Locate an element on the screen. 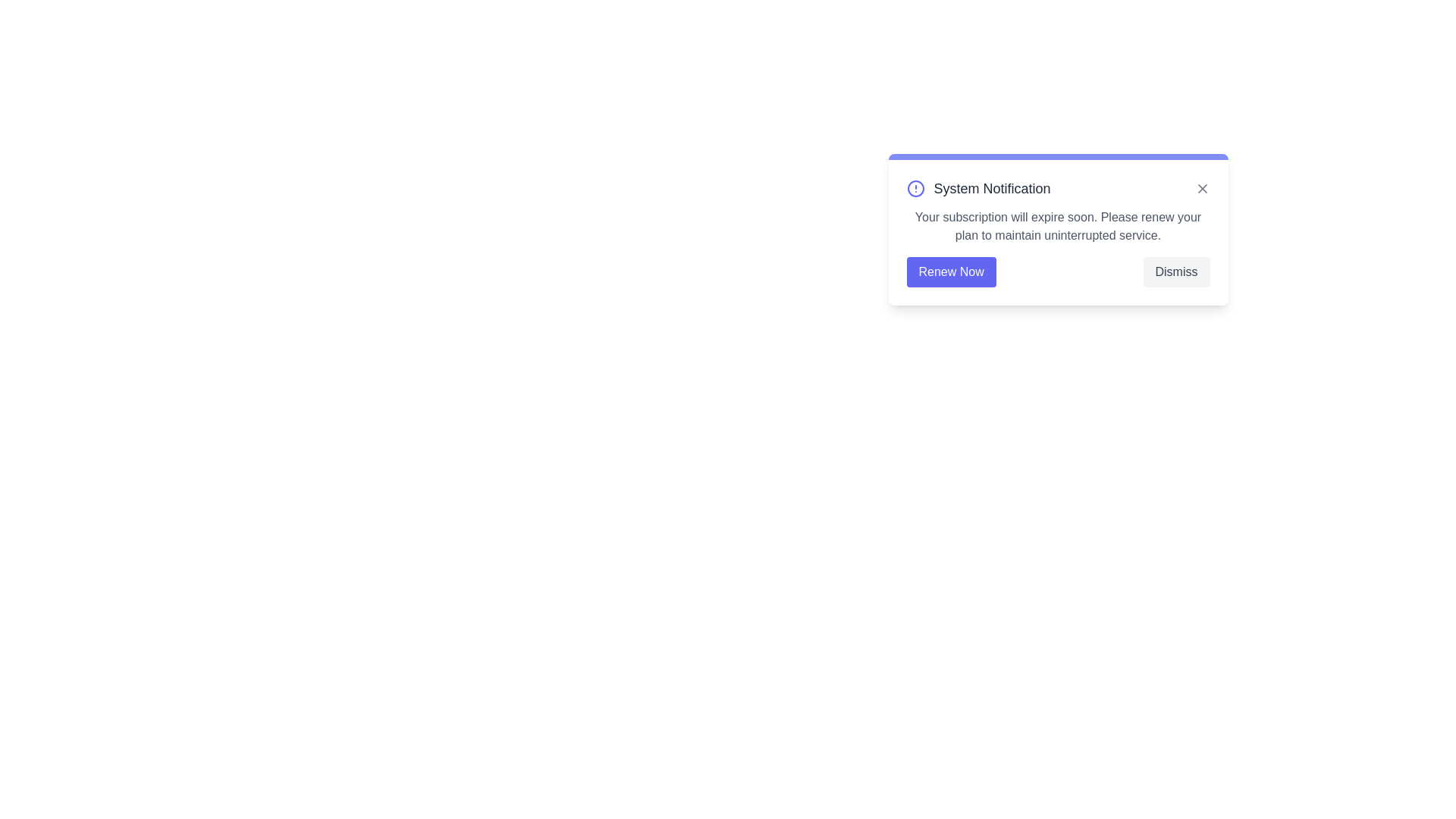  the notification icon to inspect its appearance is located at coordinates (915, 188).